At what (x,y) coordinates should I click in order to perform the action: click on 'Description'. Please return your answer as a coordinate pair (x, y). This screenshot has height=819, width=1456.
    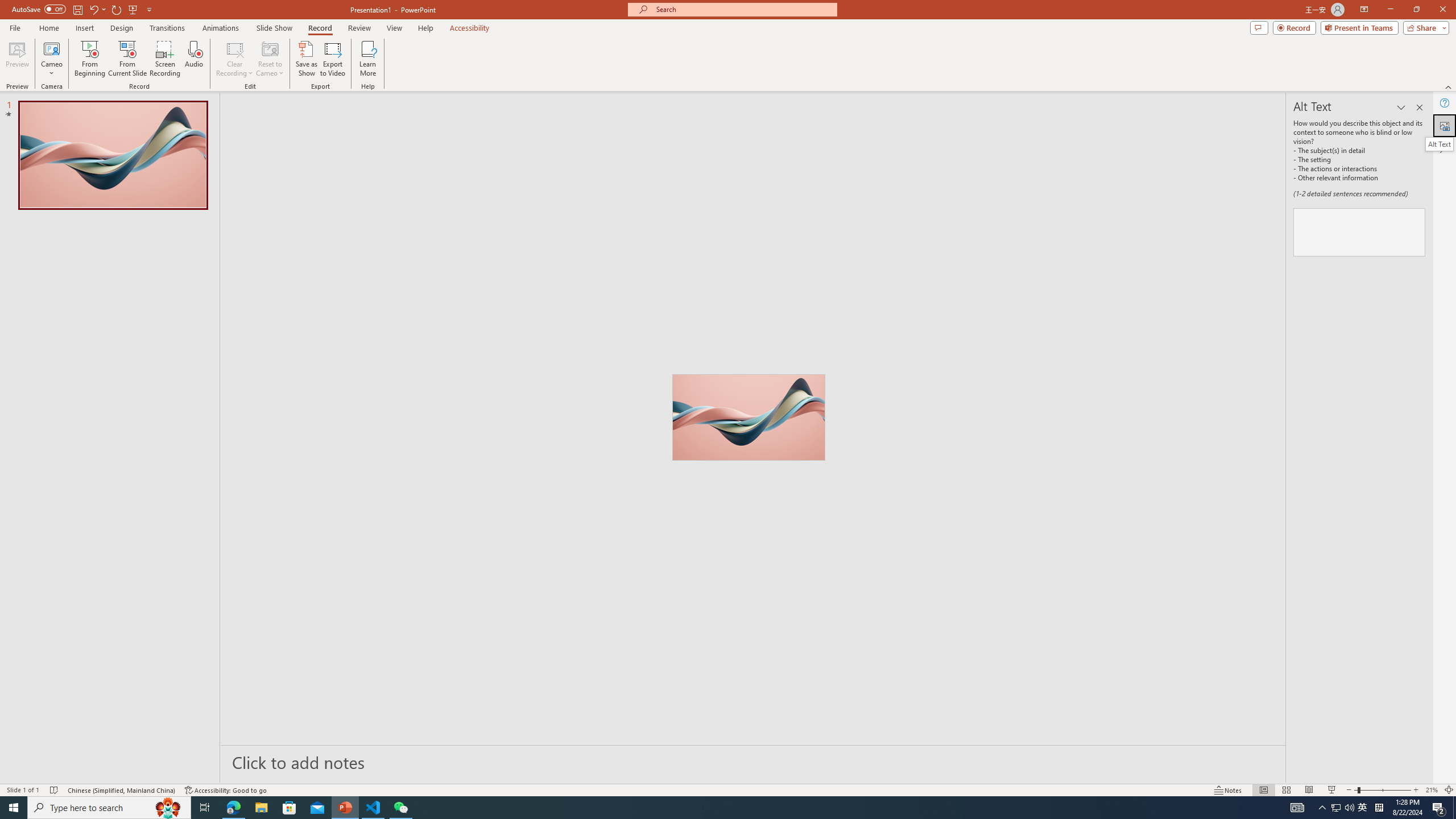
    Looking at the image, I should click on (1358, 231).